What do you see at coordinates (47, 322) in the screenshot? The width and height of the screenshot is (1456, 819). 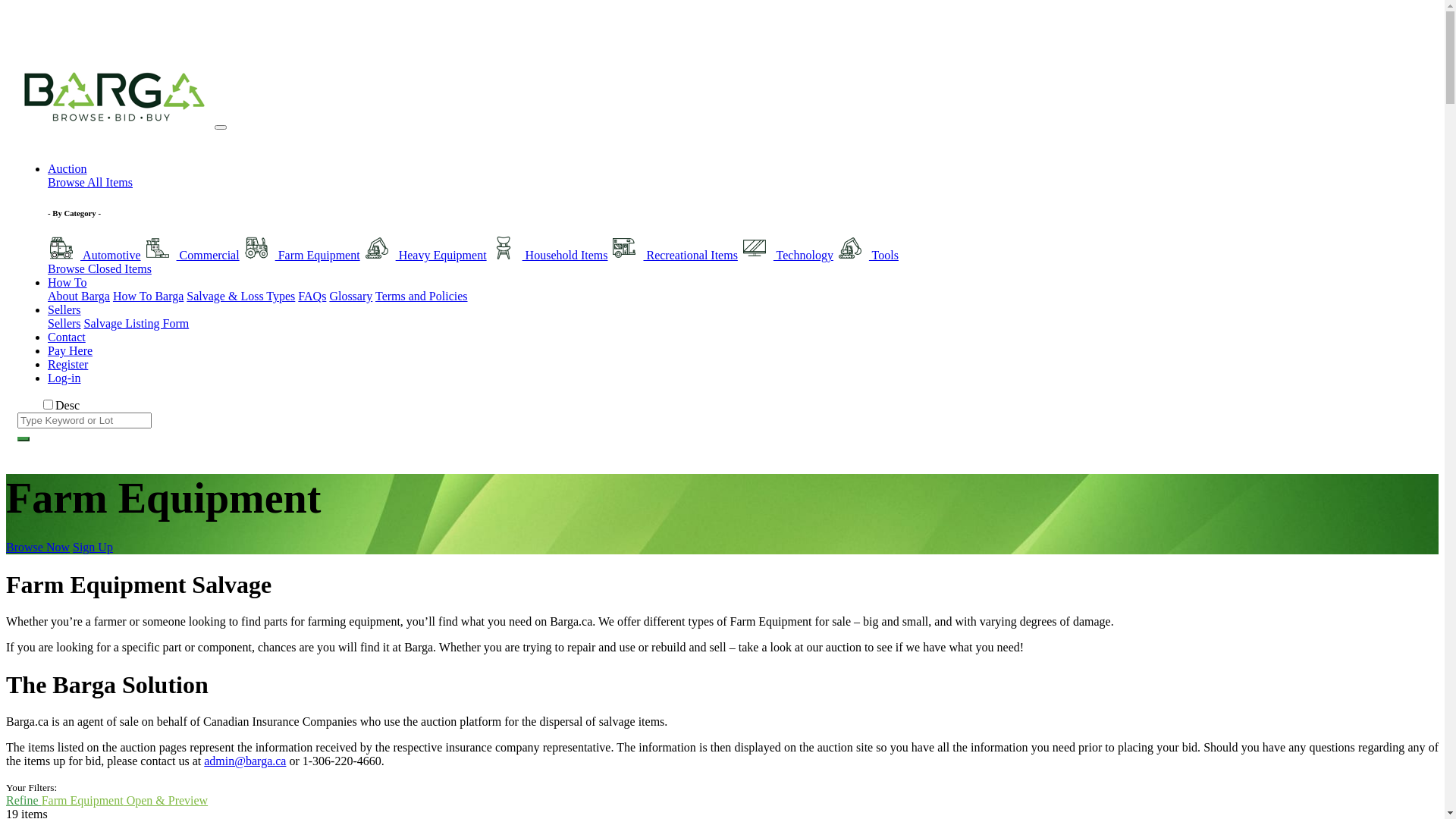 I see `'Sellers'` at bounding box center [47, 322].